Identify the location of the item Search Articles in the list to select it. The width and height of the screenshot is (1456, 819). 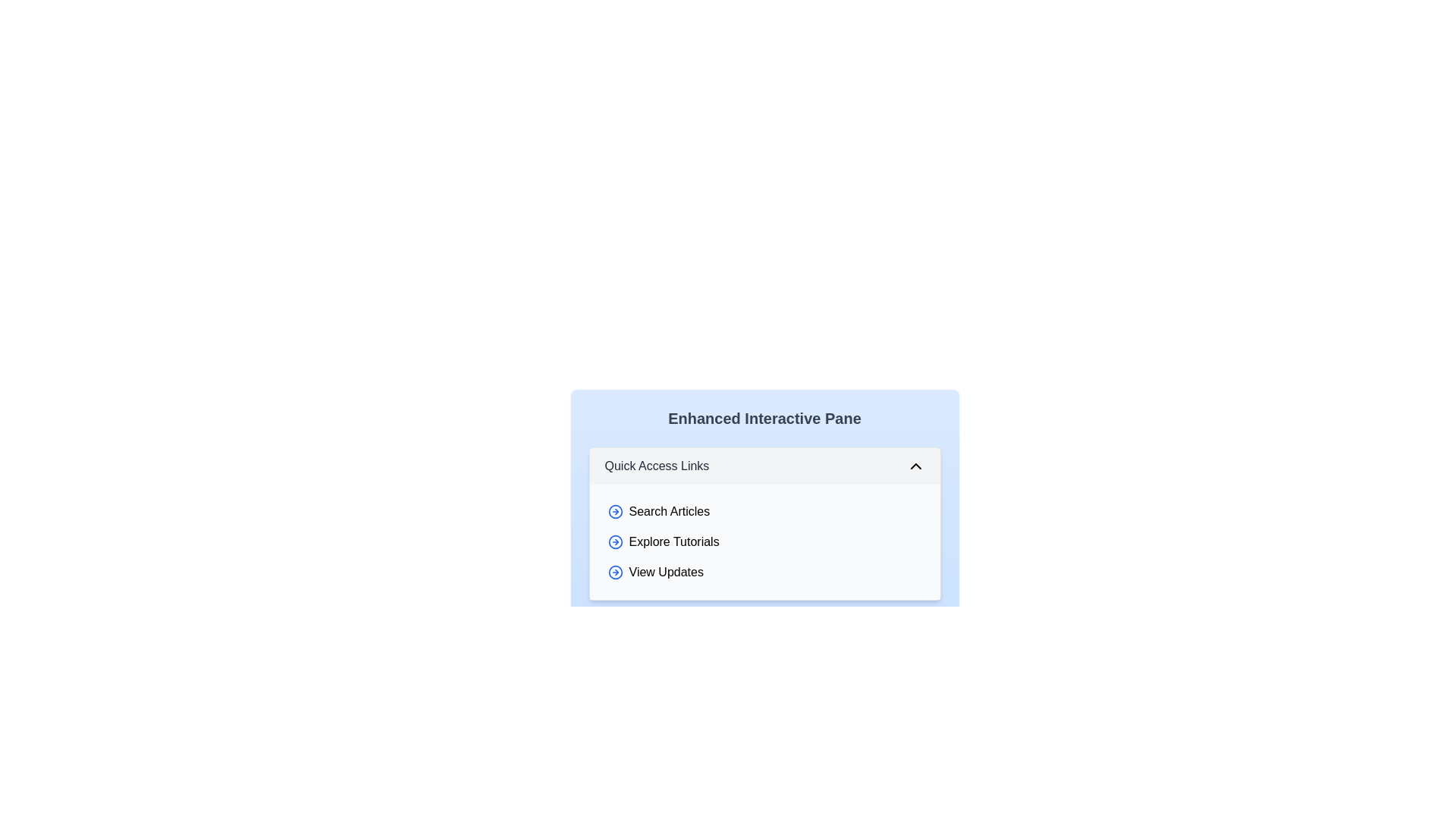
(764, 512).